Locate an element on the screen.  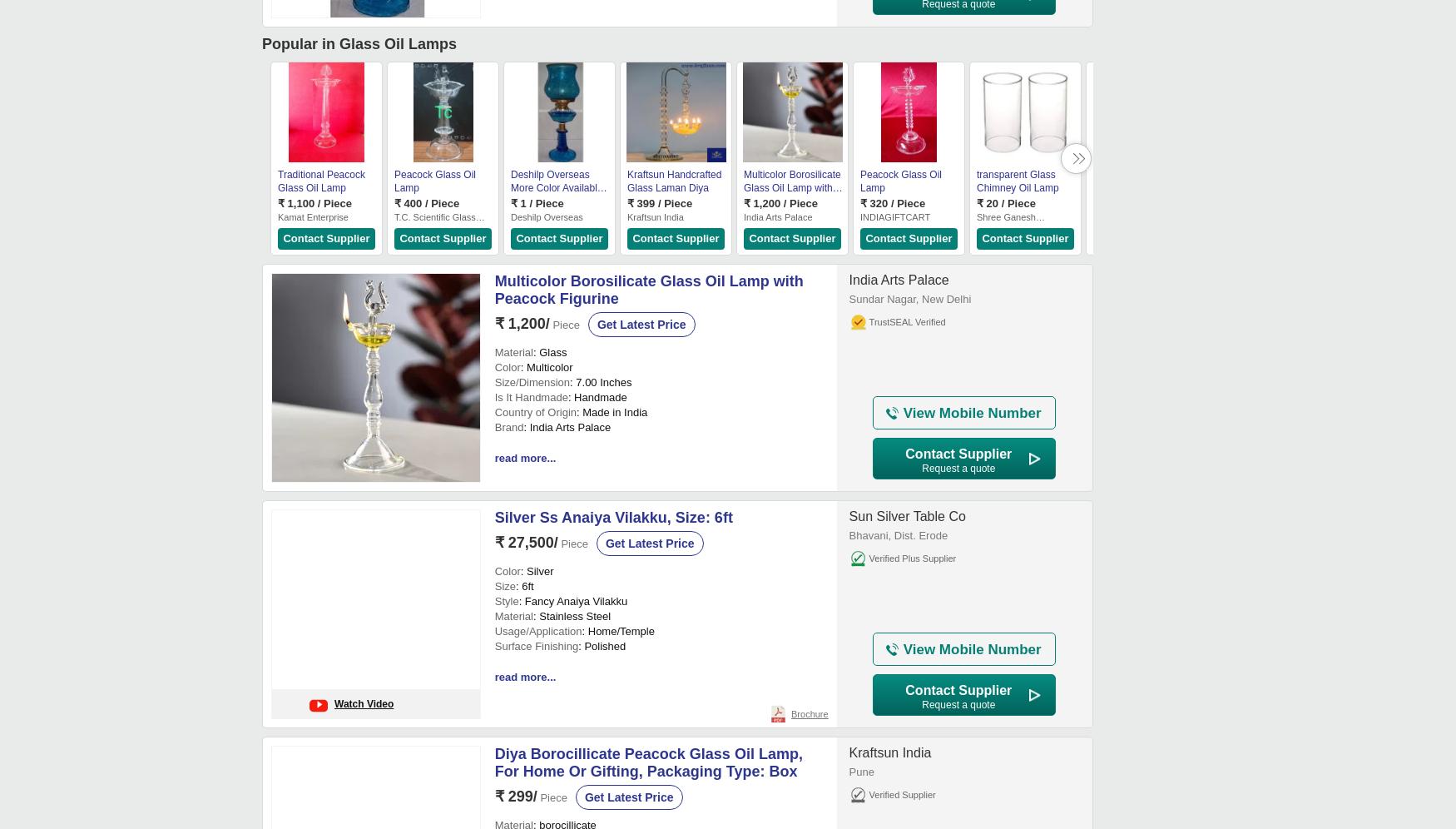
'Size' is located at coordinates (505, 586).